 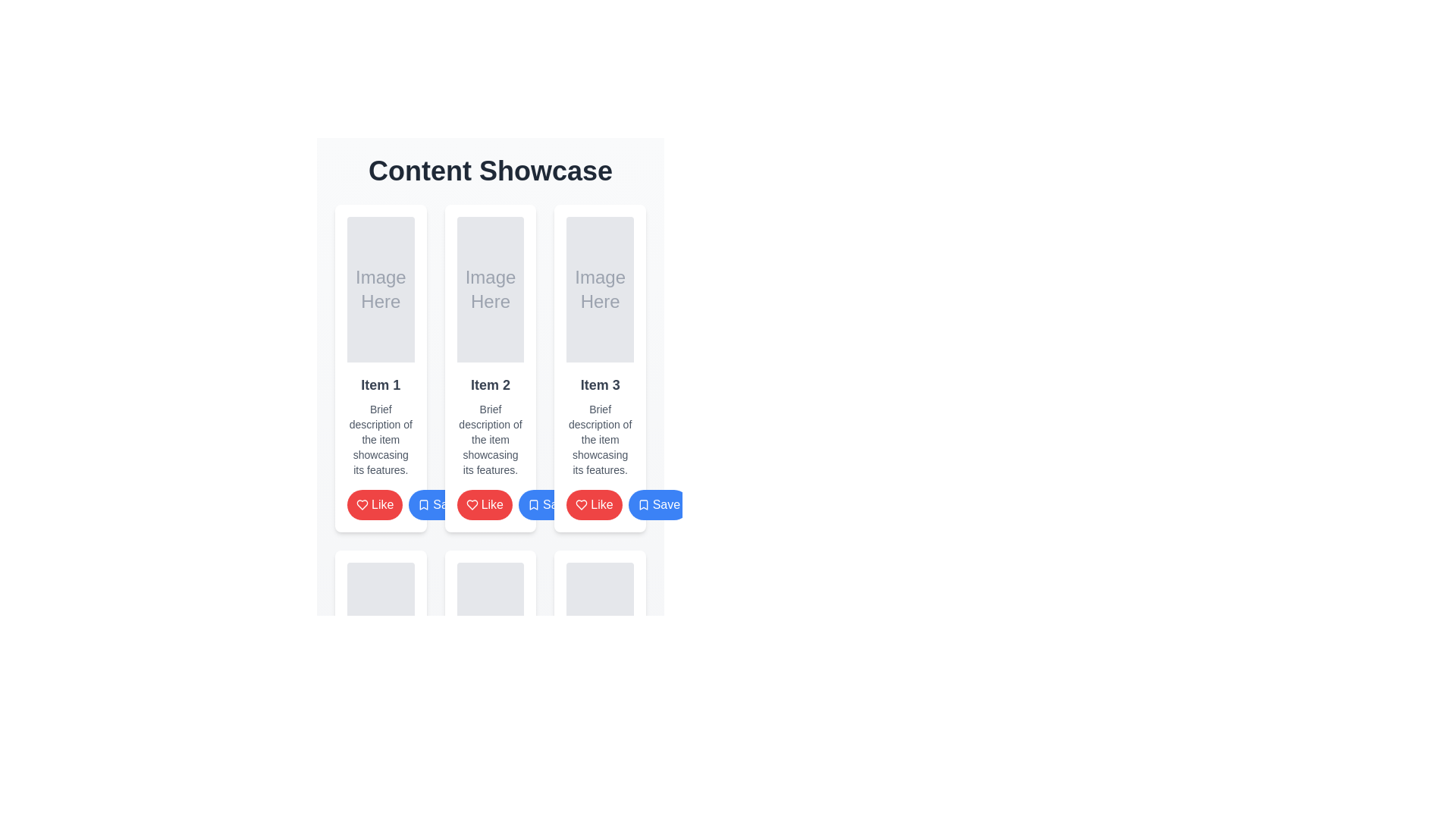 I want to click on the 'Like' icon button located on the left side of the blue 'Save' button in the lower section of the 'Item 3' card to express preference for the item, so click(x=581, y=505).